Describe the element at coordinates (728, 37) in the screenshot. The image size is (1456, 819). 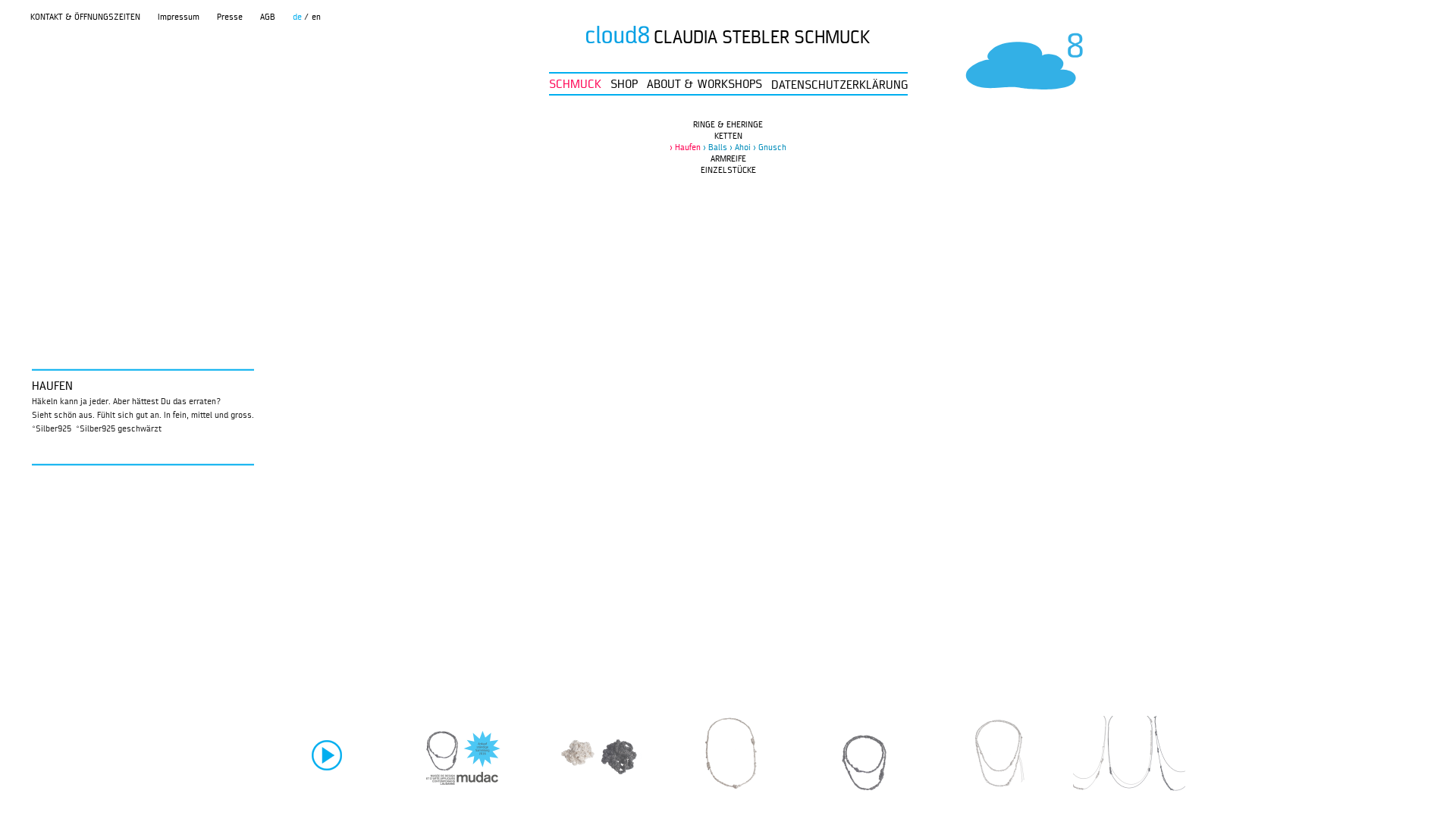
I see `'CLAUDIA STEBLER SCHMUCK'` at that location.